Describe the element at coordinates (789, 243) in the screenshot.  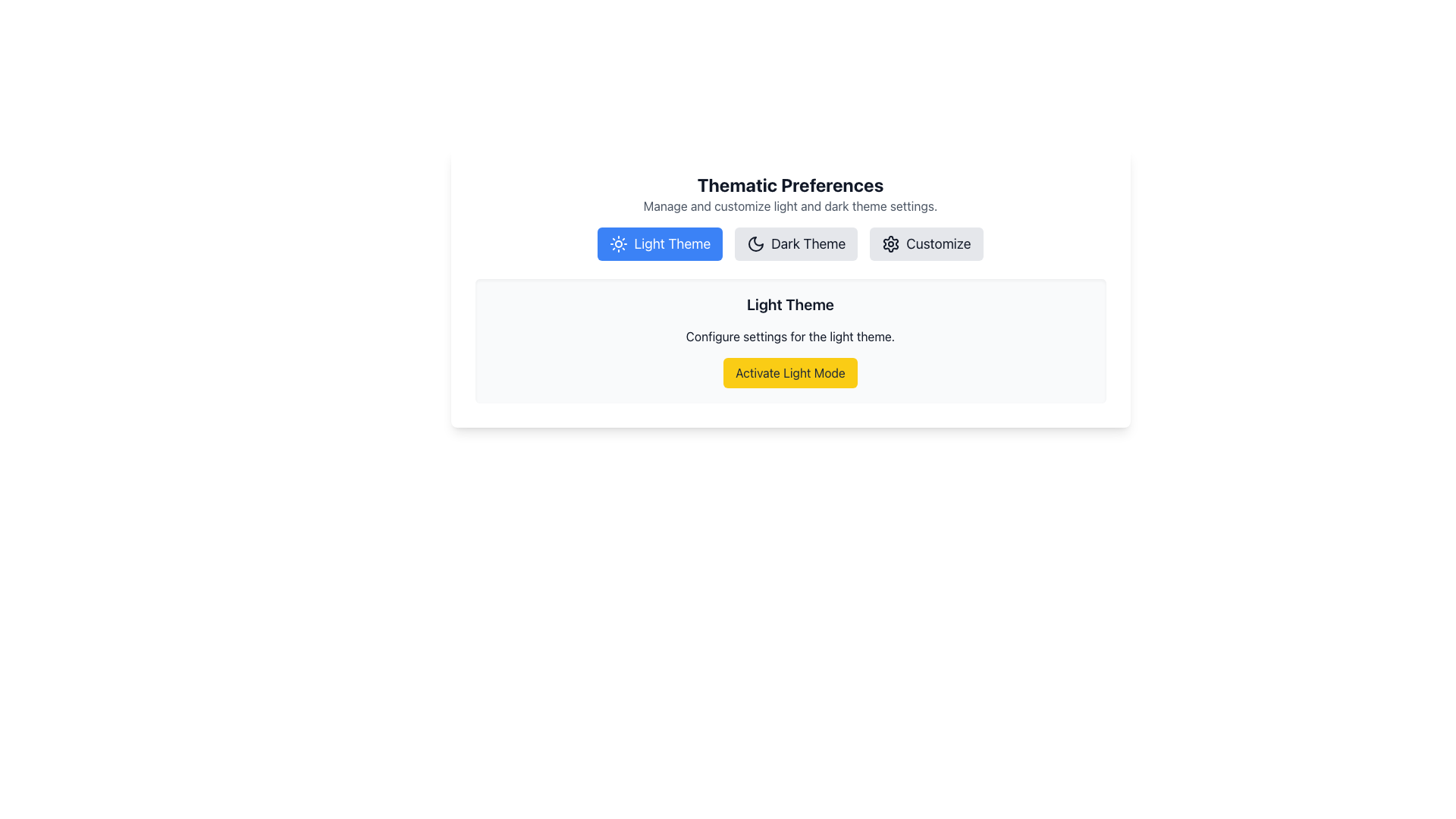
I see `the 'Dark Theme' button` at that location.